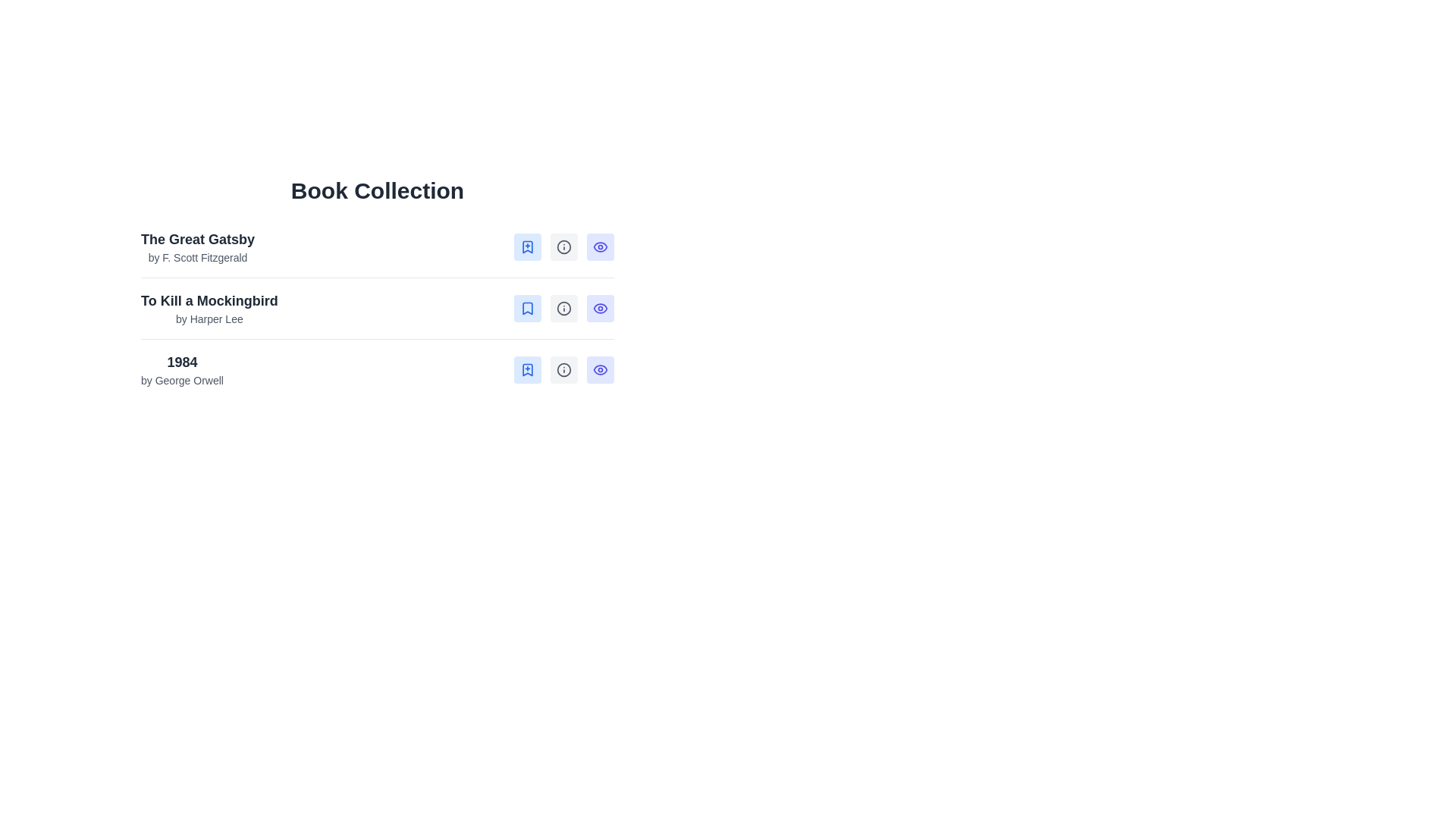 The width and height of the screenshot is (1456, 819). Describe the element at coordinates (528, 246) in the screenshot. I see `the bookmark button with a light blue background located to the right of 'The Great Gatsby' in the 'Book Collection' list to bookmark the corresponding item` at that location.